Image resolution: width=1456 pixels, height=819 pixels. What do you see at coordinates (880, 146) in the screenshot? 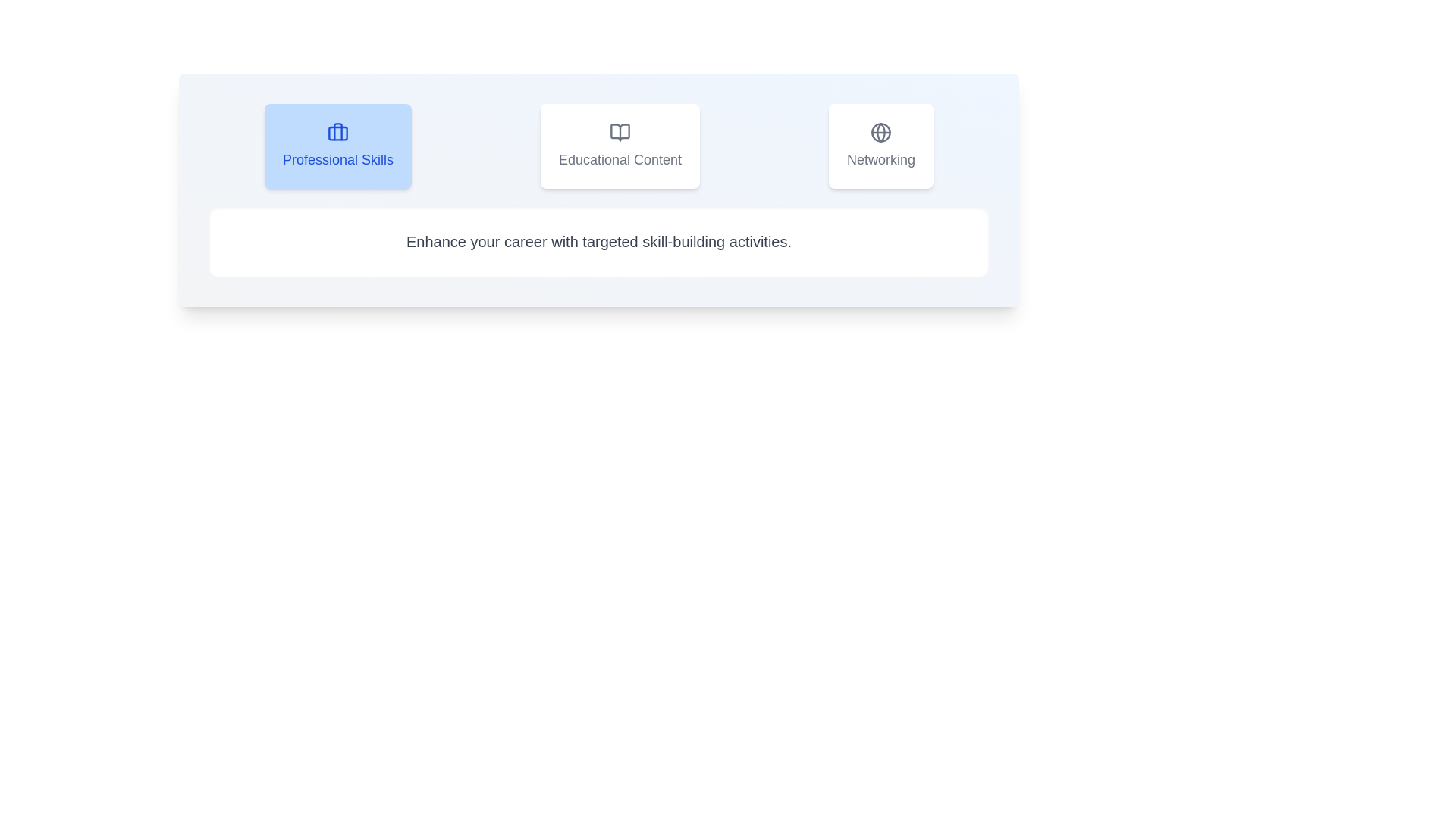
I see `the tab labeled Networking` at bounding box center [880, 146].